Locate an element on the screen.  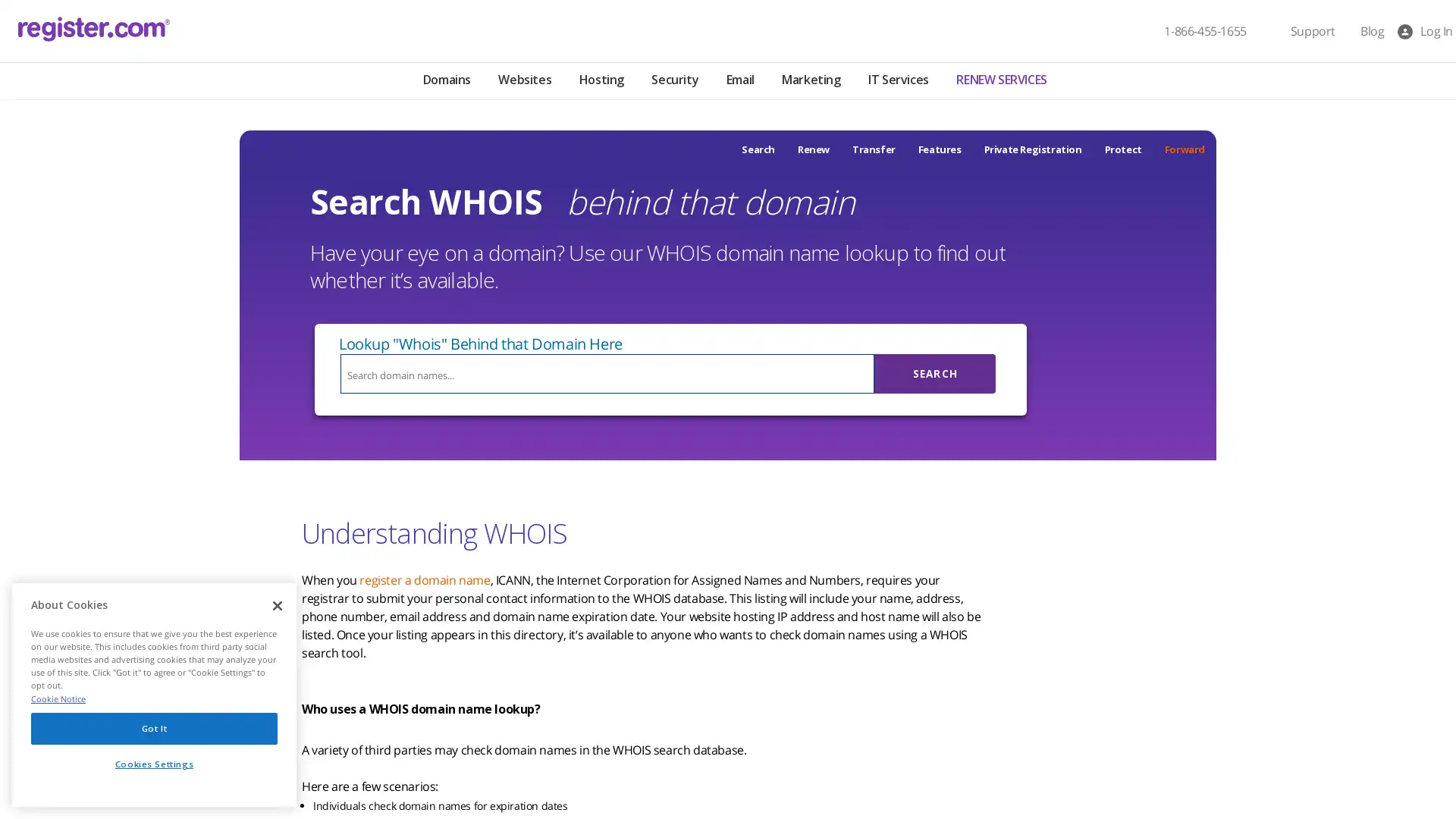
Marketing is located at coordinates (810, 81).